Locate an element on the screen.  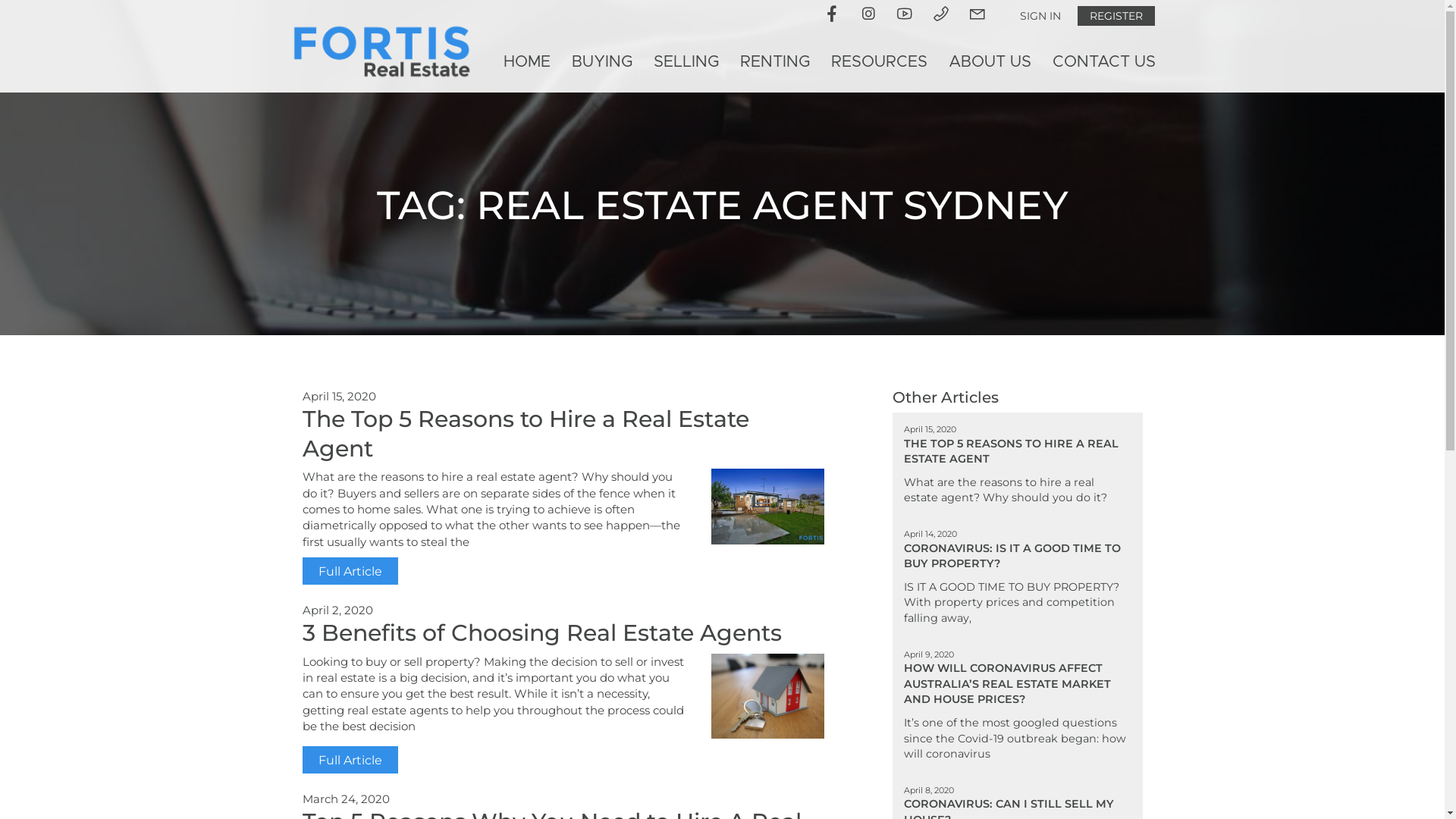
'RENTING' is located at coordinates (775, 61).